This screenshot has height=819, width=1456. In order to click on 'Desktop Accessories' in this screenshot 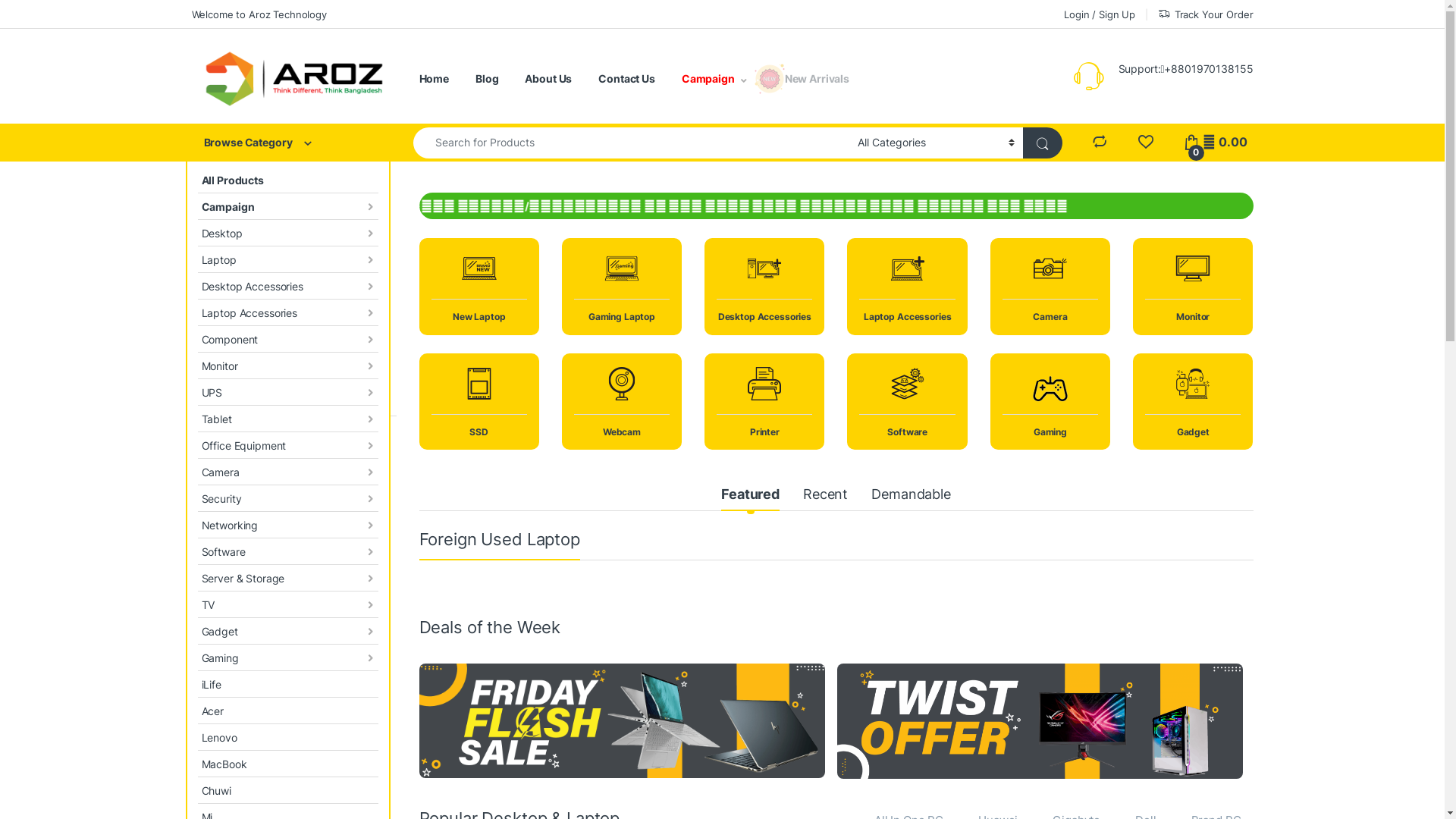, I will do `click(287, 286)`.